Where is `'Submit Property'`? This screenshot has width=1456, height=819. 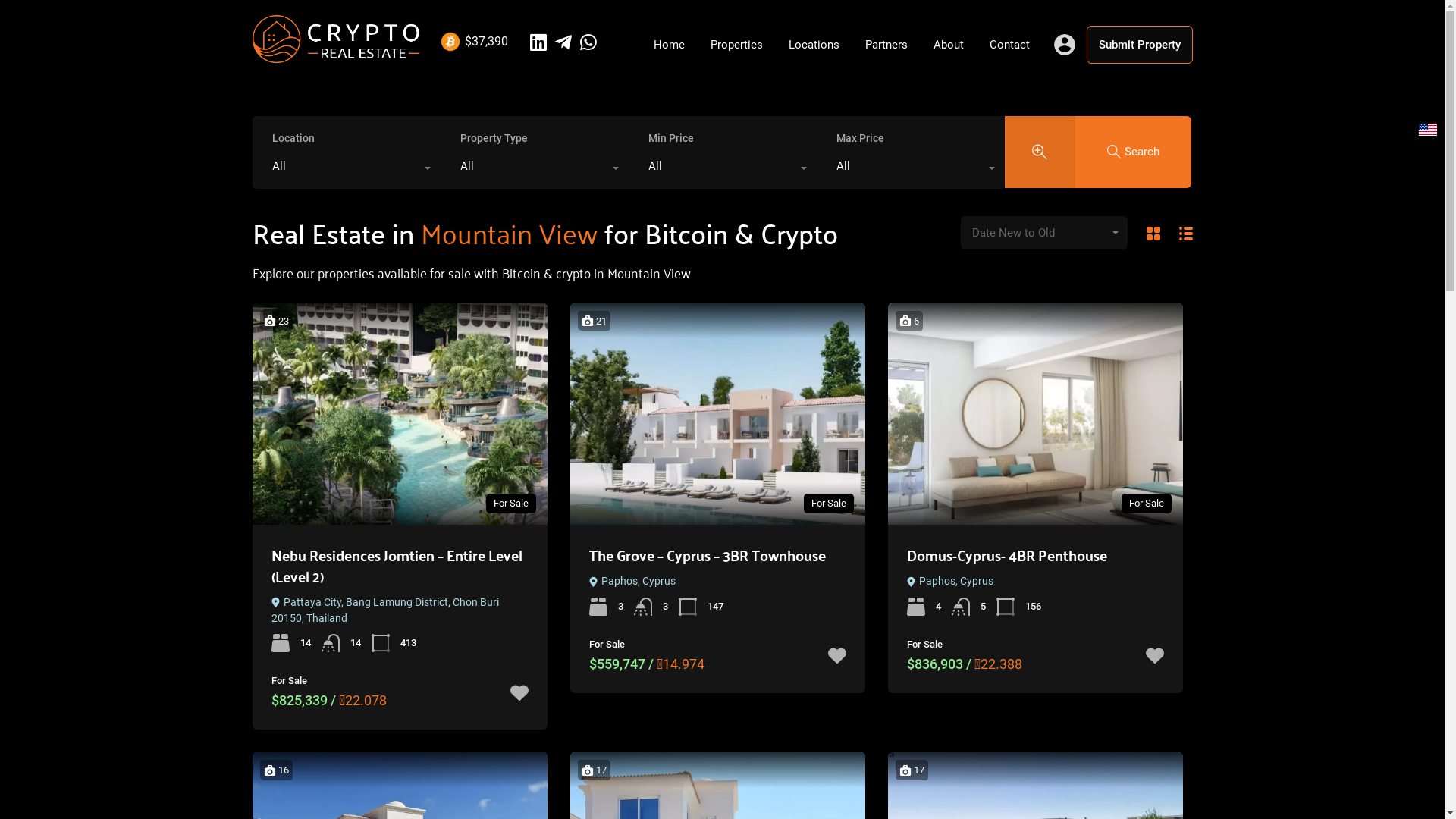
'Submit Property' is located at coordinates (1139, 43).